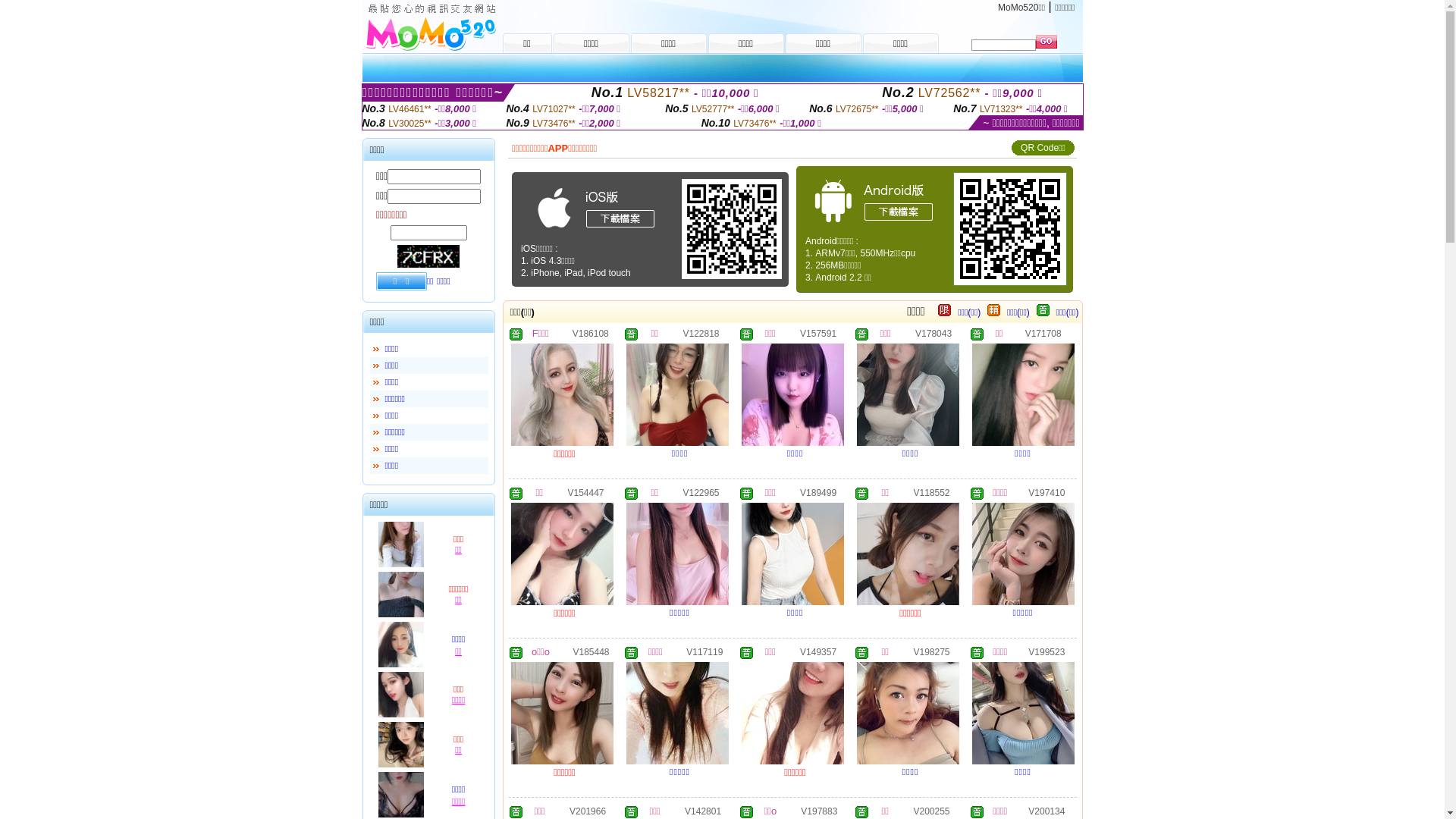  Describe the element at coordinates (932, 332) in the screenshot. I see `'V178043'` at that location.